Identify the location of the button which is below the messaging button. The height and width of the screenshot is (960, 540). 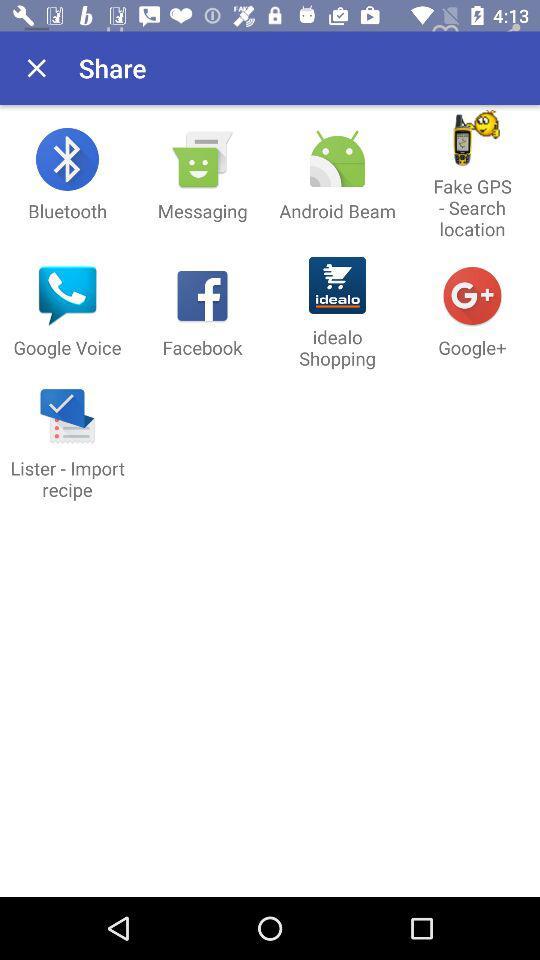
(202, 312).